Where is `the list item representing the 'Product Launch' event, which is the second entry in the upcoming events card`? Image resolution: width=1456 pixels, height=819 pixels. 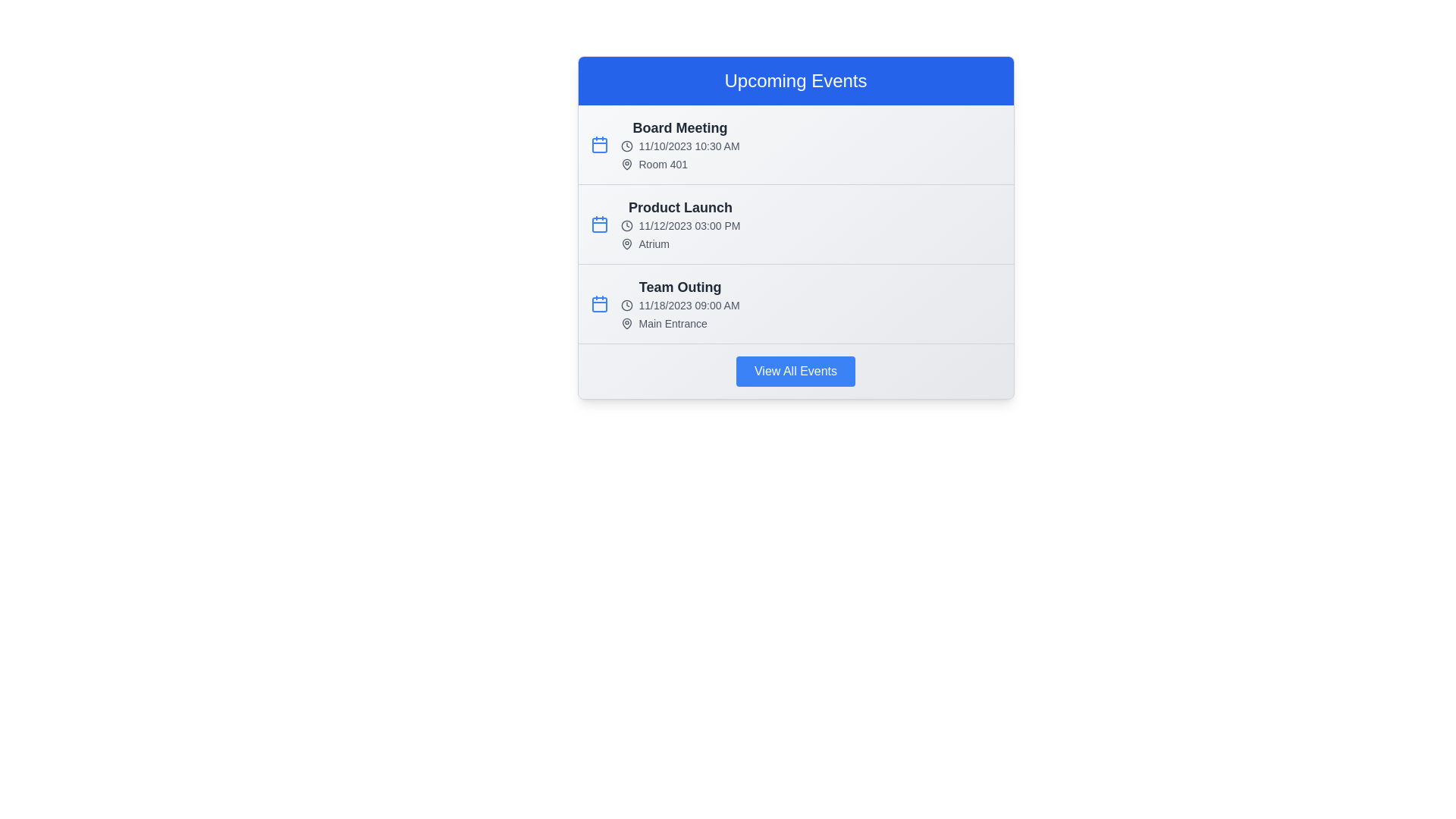
the list item representing the 'Product Launch' event, which is the second entry in the upcoming events card is located at coordinates (795, 227).